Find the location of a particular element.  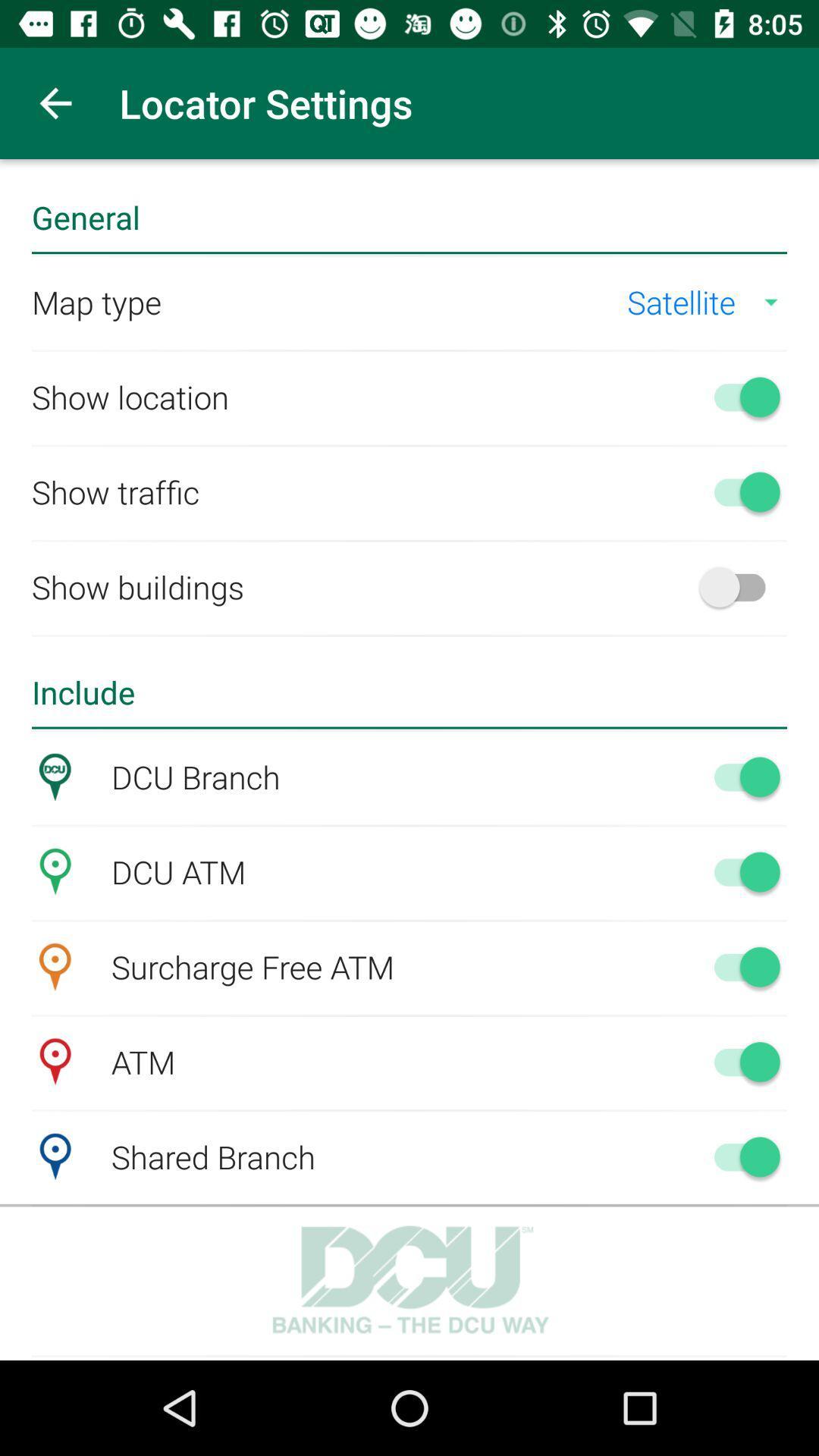

app next to locator settings is located at coordinates (55, 102).